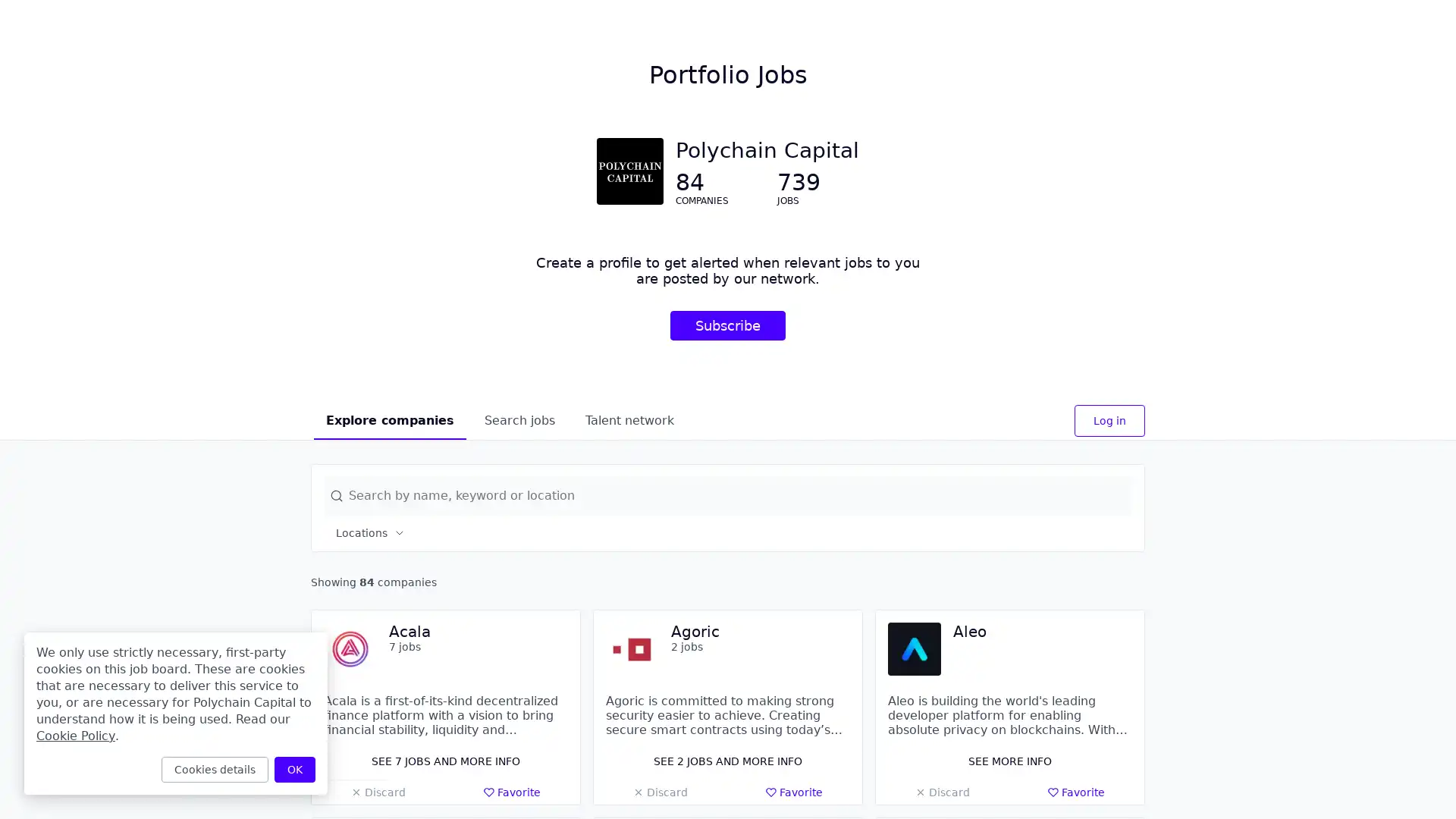  What do you see at coordinates (941, 792) in the screenshot?
I see `Discard` at bounding box center [941, 792].